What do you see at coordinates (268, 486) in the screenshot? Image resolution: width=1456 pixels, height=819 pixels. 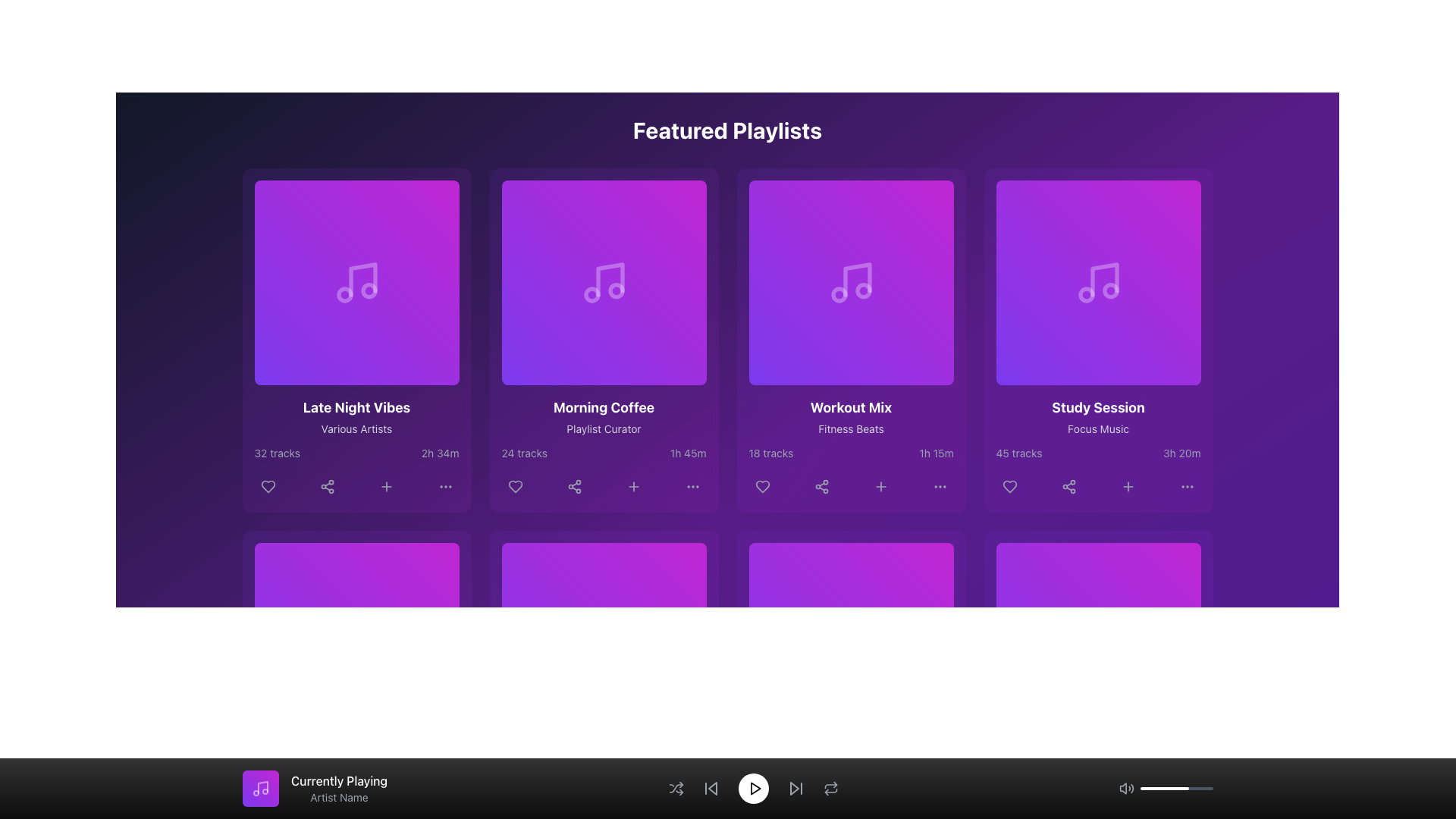 I see `the heart-shaped icon button located at the bottom-left corner of the 'Late Night Vibes' playlist card to favorite or unfavorite the playlist` at bounding box center [268, 486].